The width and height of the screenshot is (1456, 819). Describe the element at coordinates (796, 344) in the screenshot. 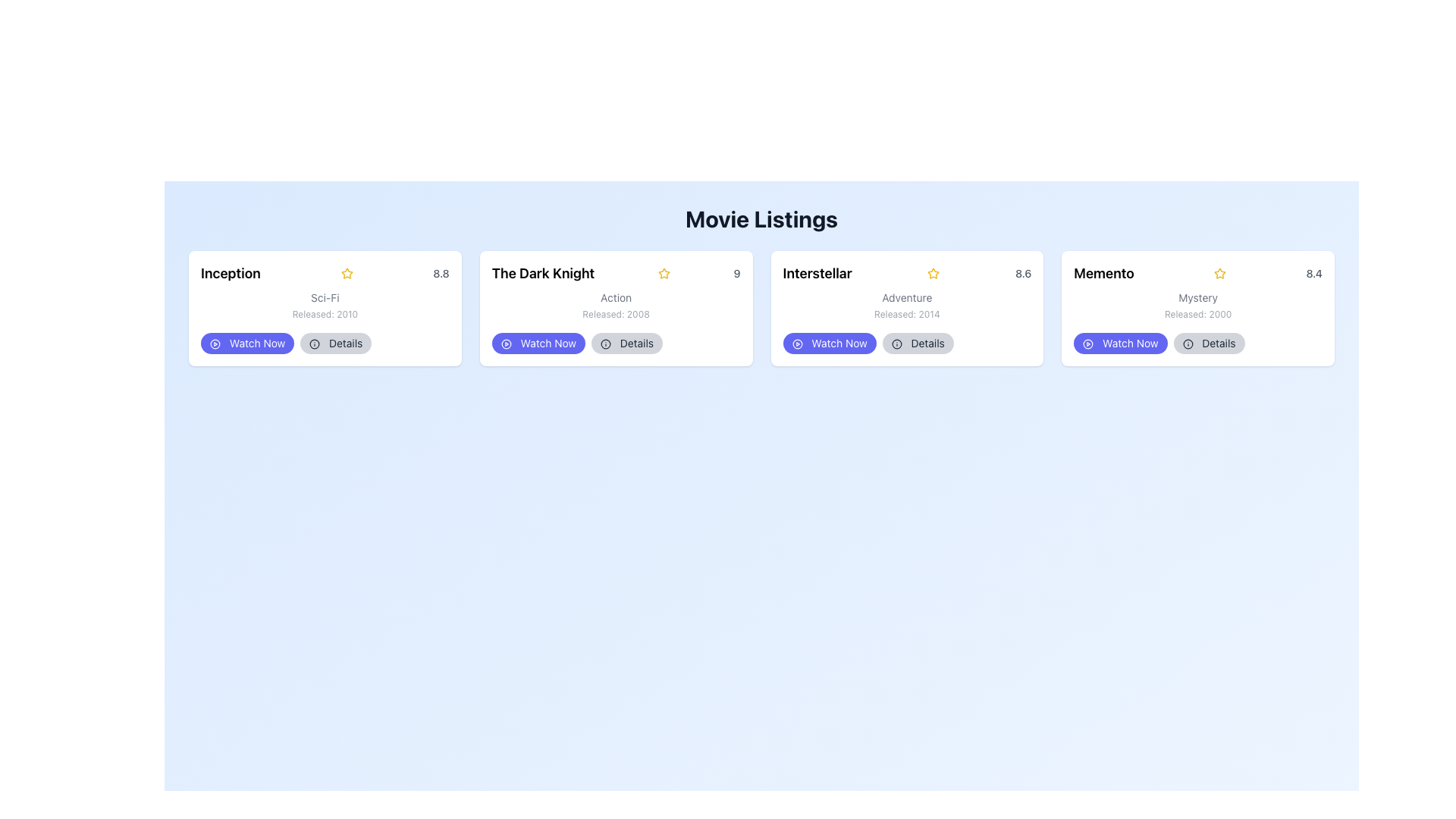

I see `the circular play icon with a triangular play symbol inside, which is located within the 'Watch Now' button for the movie card of 'Interstellar'` at that location.